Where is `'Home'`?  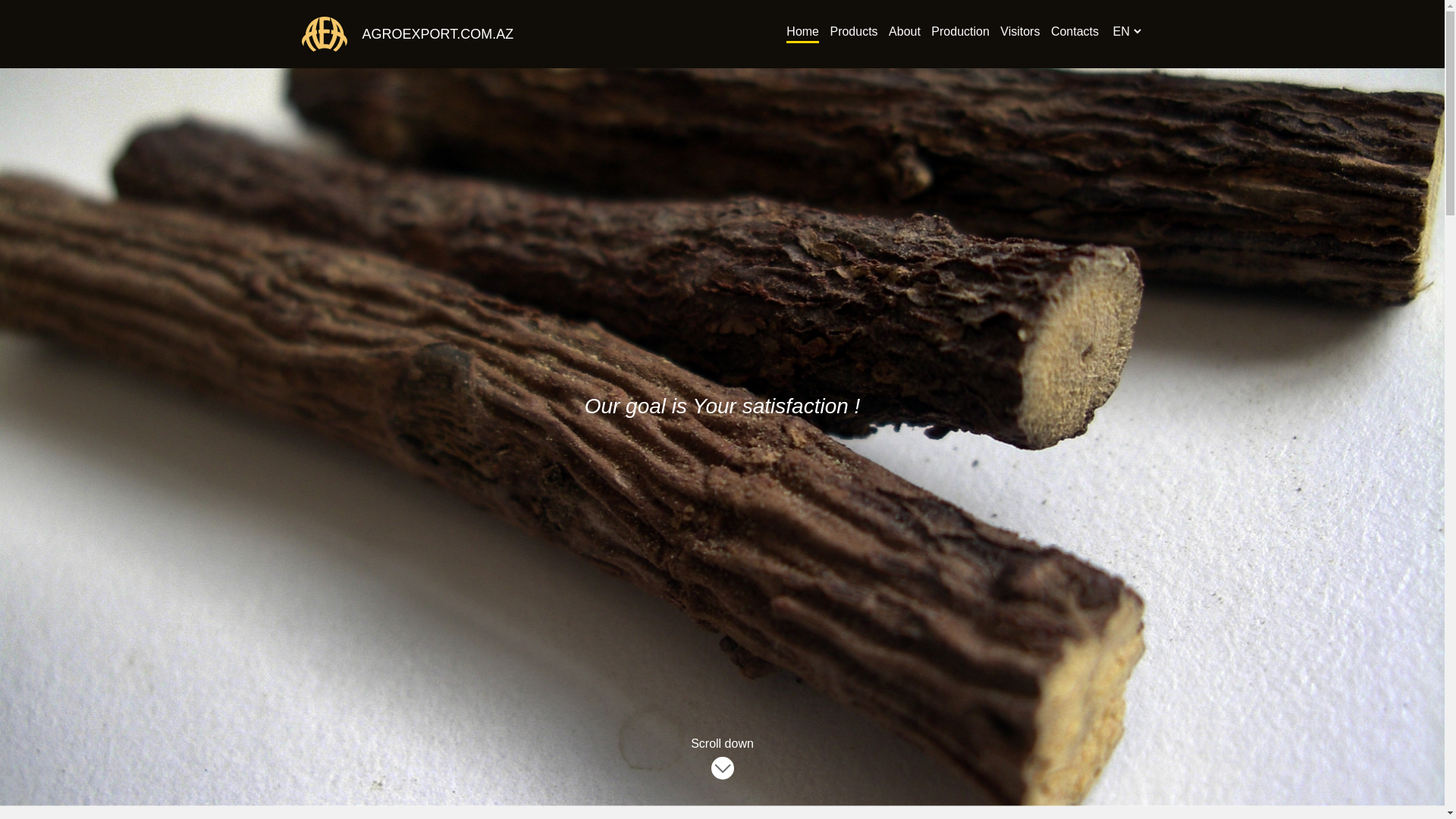 'Home' is located at coordinates (802, 33).